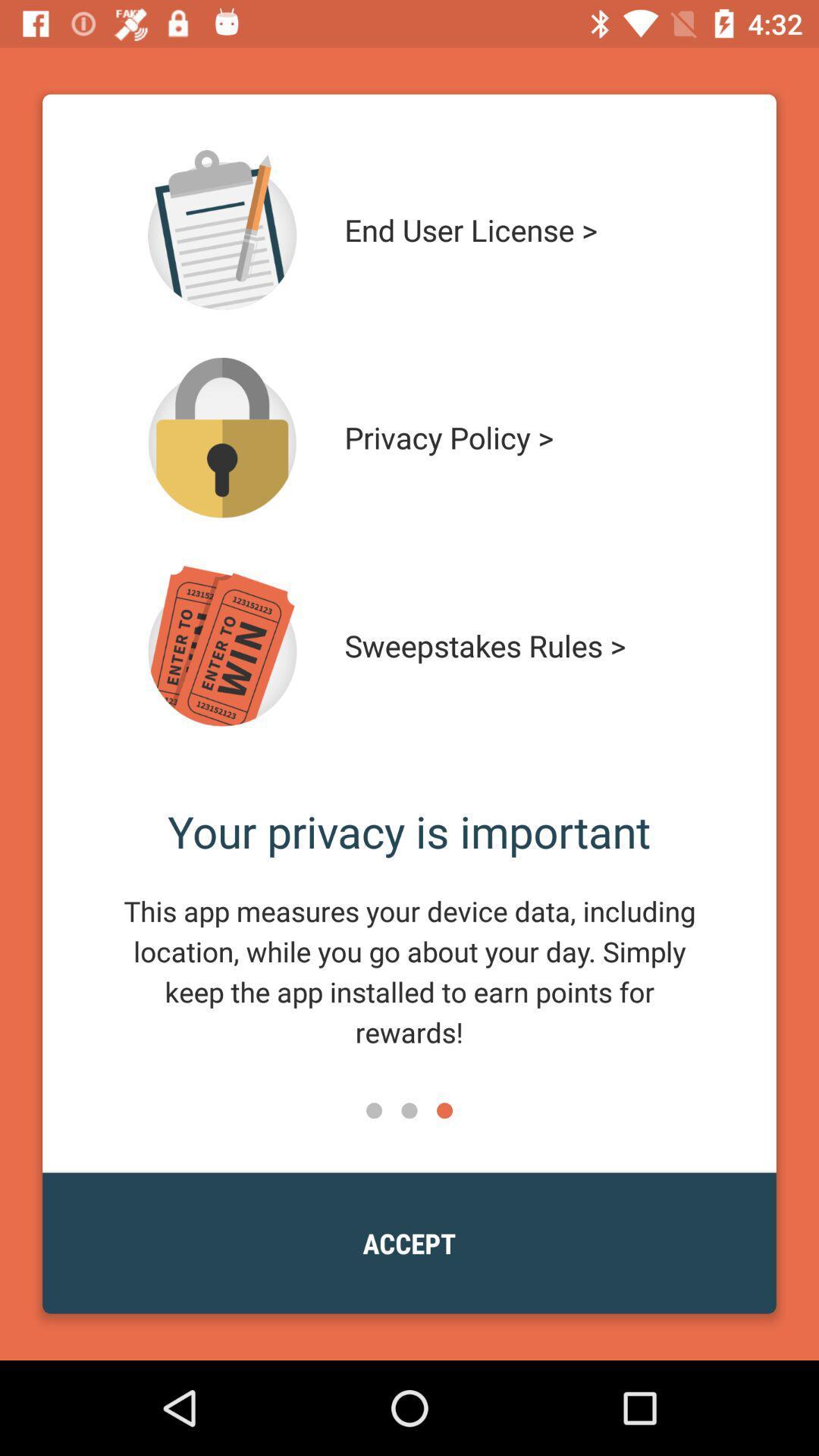 This screenshot has width=819, height=1456. Describe the element at coordinates (222, 645) in the screenshot. I see `open another page` at that location.